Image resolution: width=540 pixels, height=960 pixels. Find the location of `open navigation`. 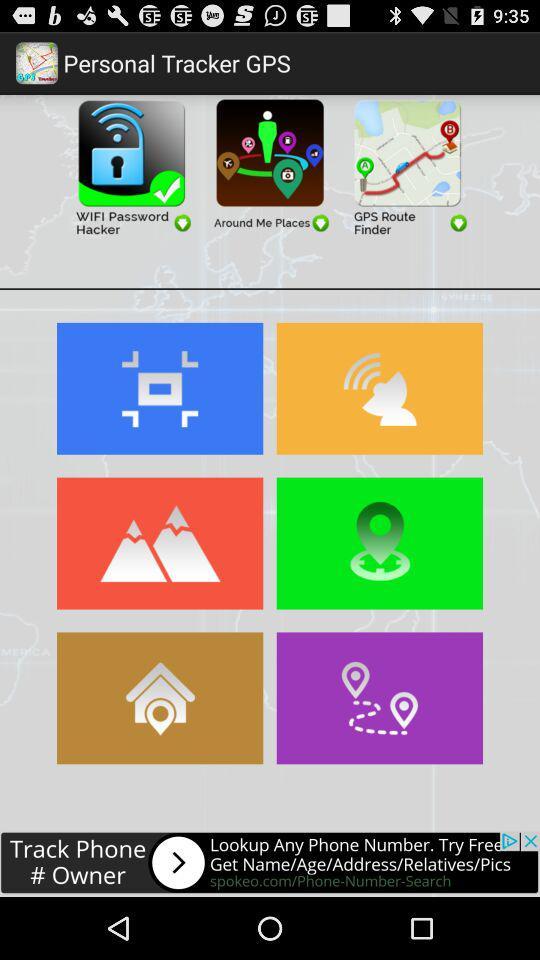

open navigation is located at coordinates (379, 698).